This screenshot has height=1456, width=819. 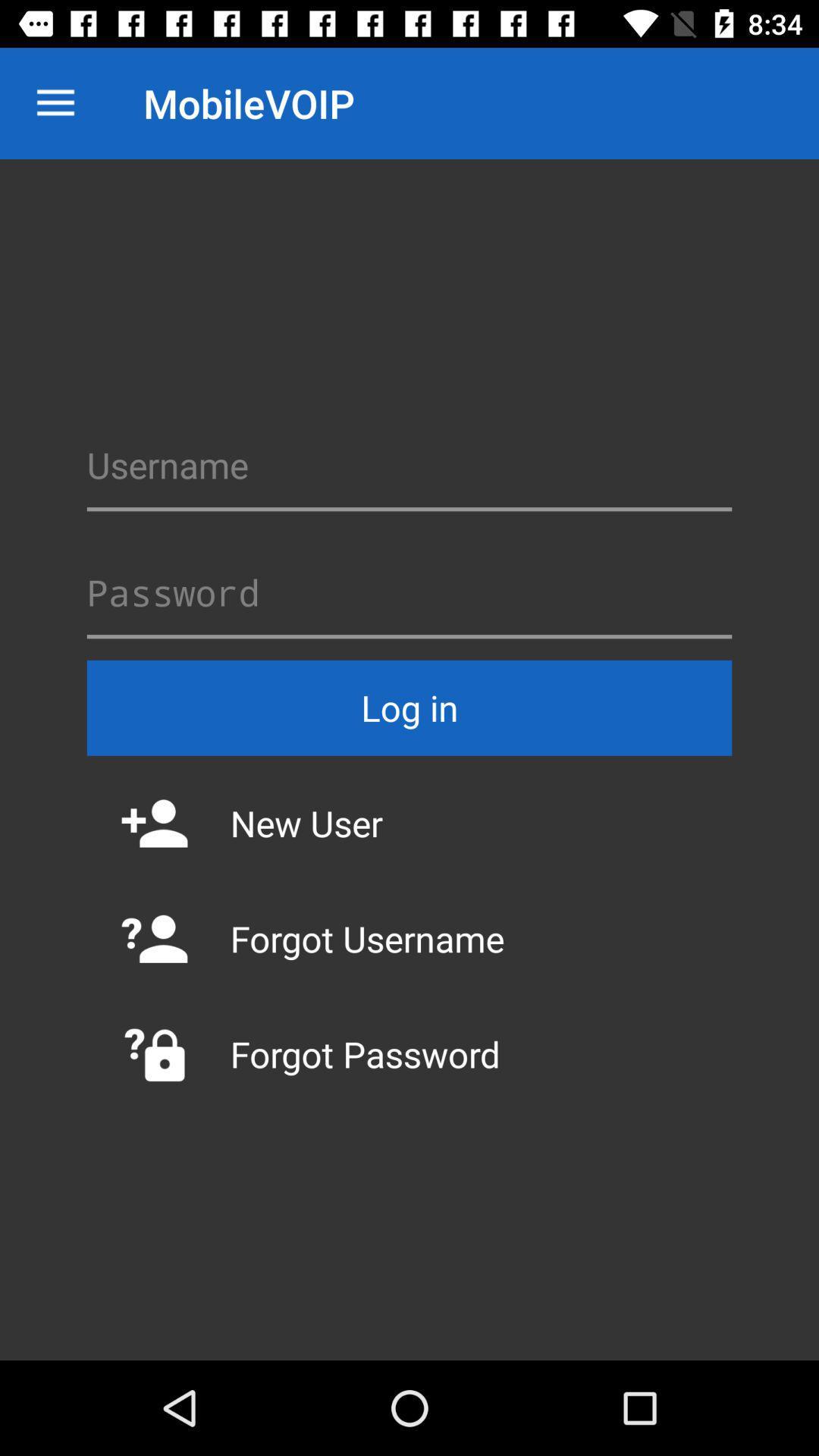 I want to click on log in, so click(x=409, y=707).